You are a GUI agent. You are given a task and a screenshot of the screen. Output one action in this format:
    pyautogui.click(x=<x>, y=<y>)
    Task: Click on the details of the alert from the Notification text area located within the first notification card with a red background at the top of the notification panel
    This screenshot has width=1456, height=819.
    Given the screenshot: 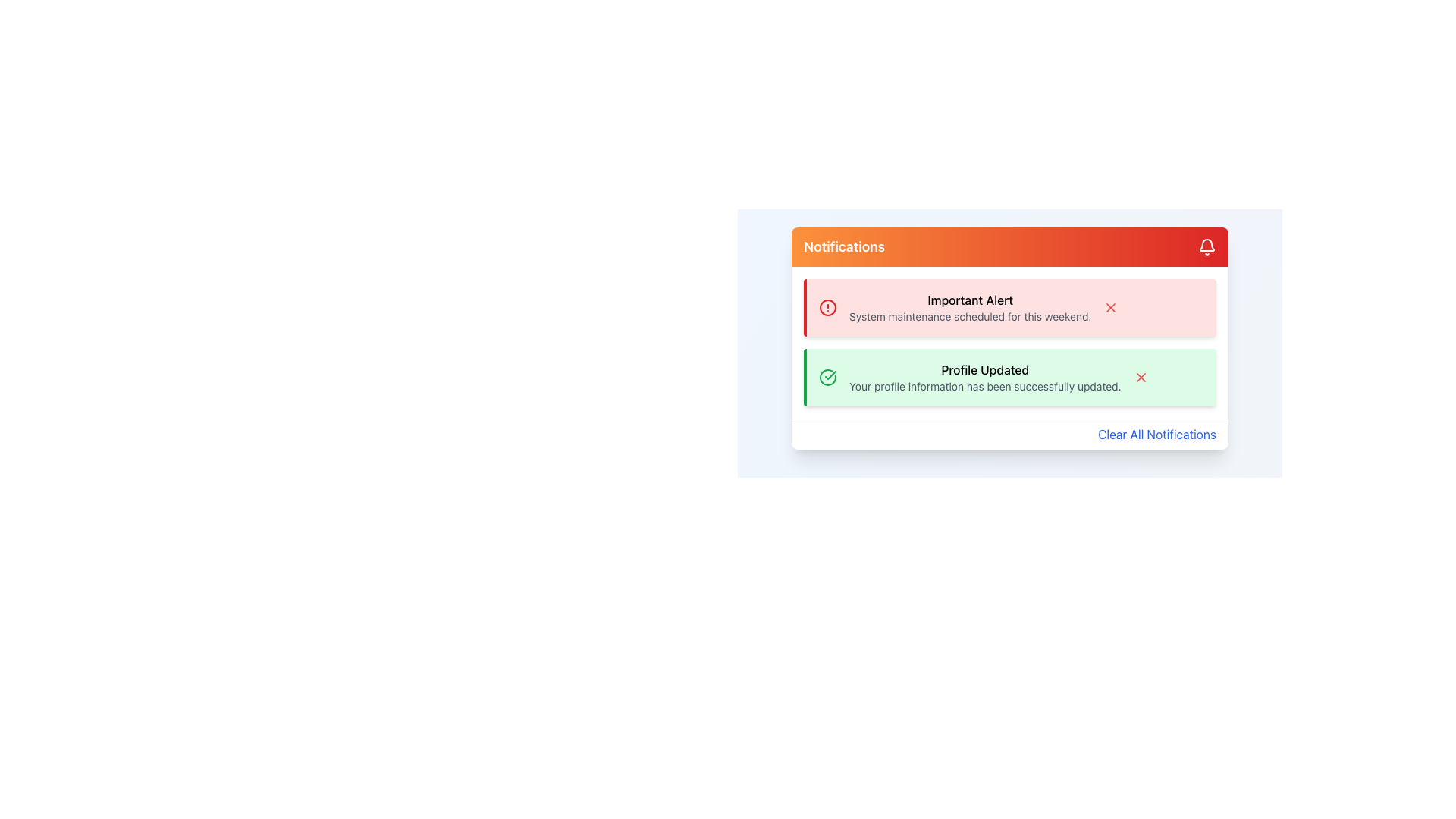 What is the action you would take?
    pyautogui.click(x=969, y=307)
    